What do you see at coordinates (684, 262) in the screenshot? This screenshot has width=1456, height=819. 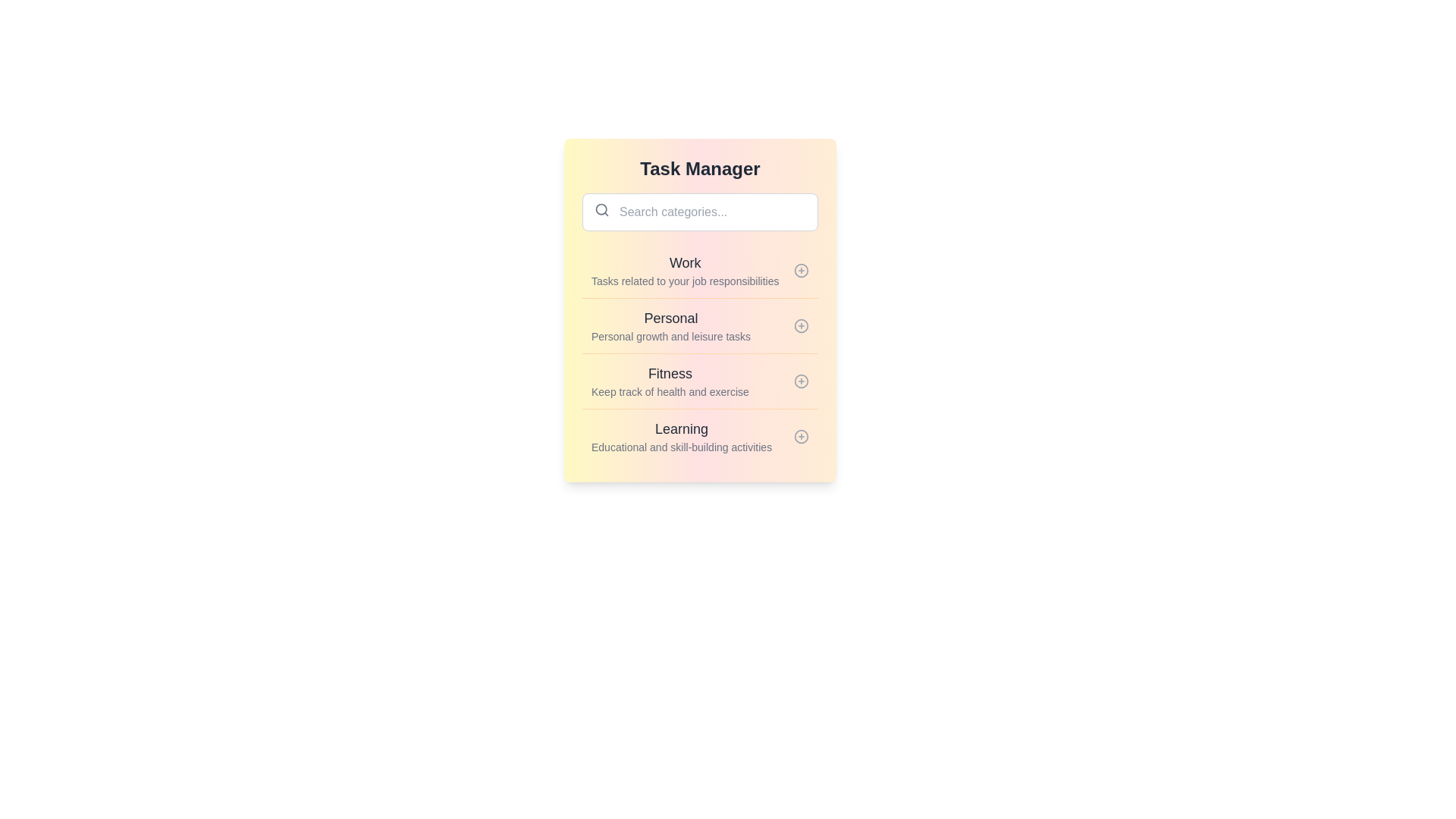 I see `the text label reading 'Work', which is styled in a larger font size with medium weight and positioned above the descriptive text 'Tasks related to your job responsibilities' in the 'Task Manager' interface` at bounding box center [684, 262].